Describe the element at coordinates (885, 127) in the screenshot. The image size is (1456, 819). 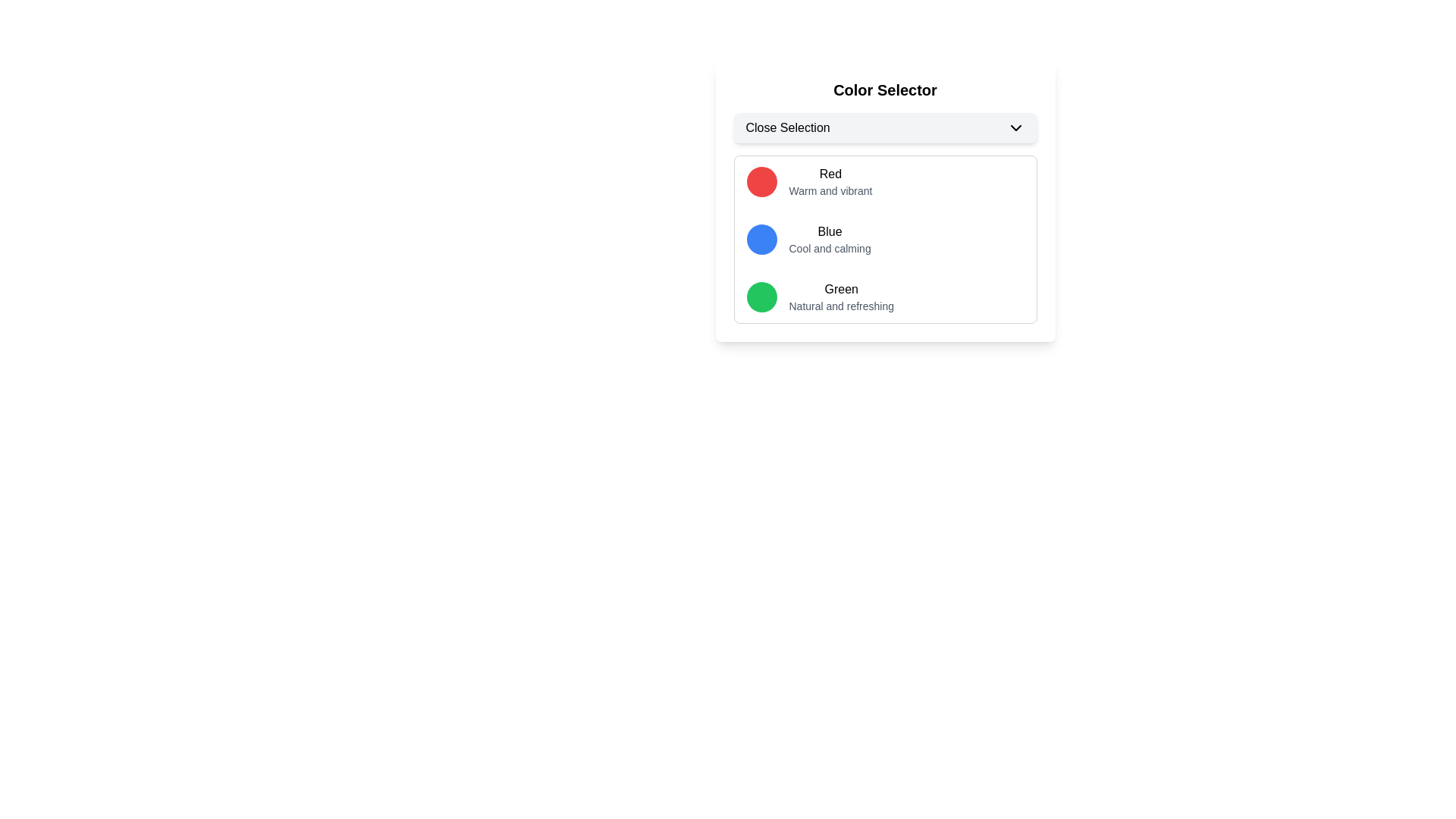
I see `the 'Close Selection' dropdown button with rounded corners and a light gray background` at that location.